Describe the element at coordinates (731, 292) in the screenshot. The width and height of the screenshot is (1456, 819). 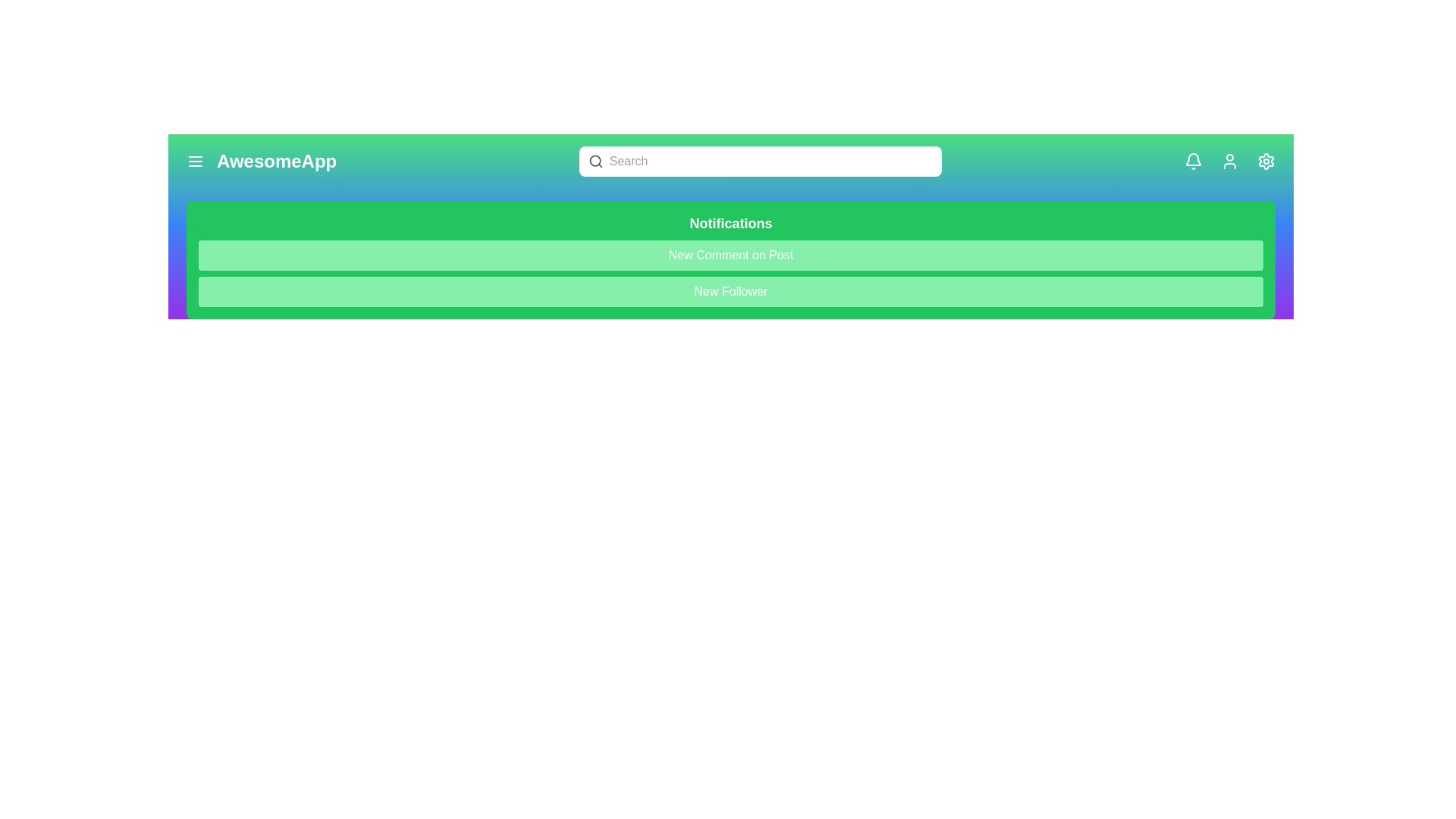
I see `the 'New Follower' text display element, which is a light green button with rounded corners located beneath the 'New Comment on Post' element in the notifications section` at that location.